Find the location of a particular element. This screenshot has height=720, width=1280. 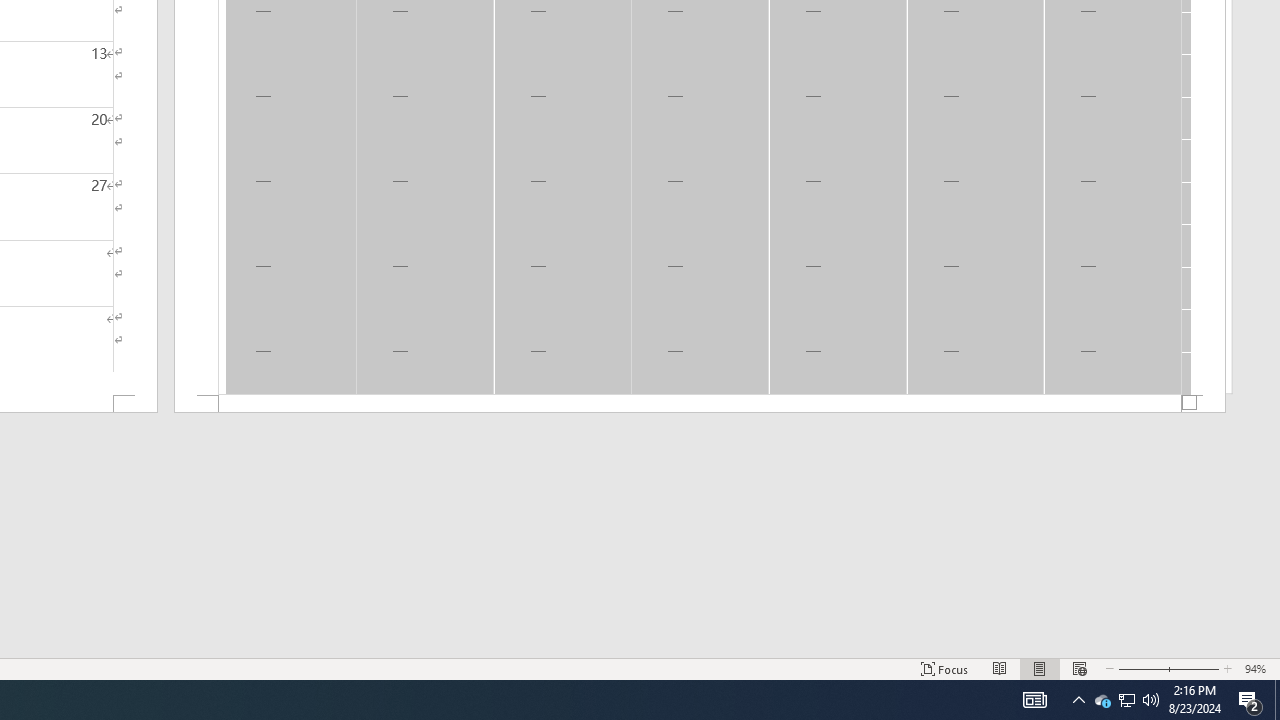

'Web Layout' is located at coordinates (1078, 669).